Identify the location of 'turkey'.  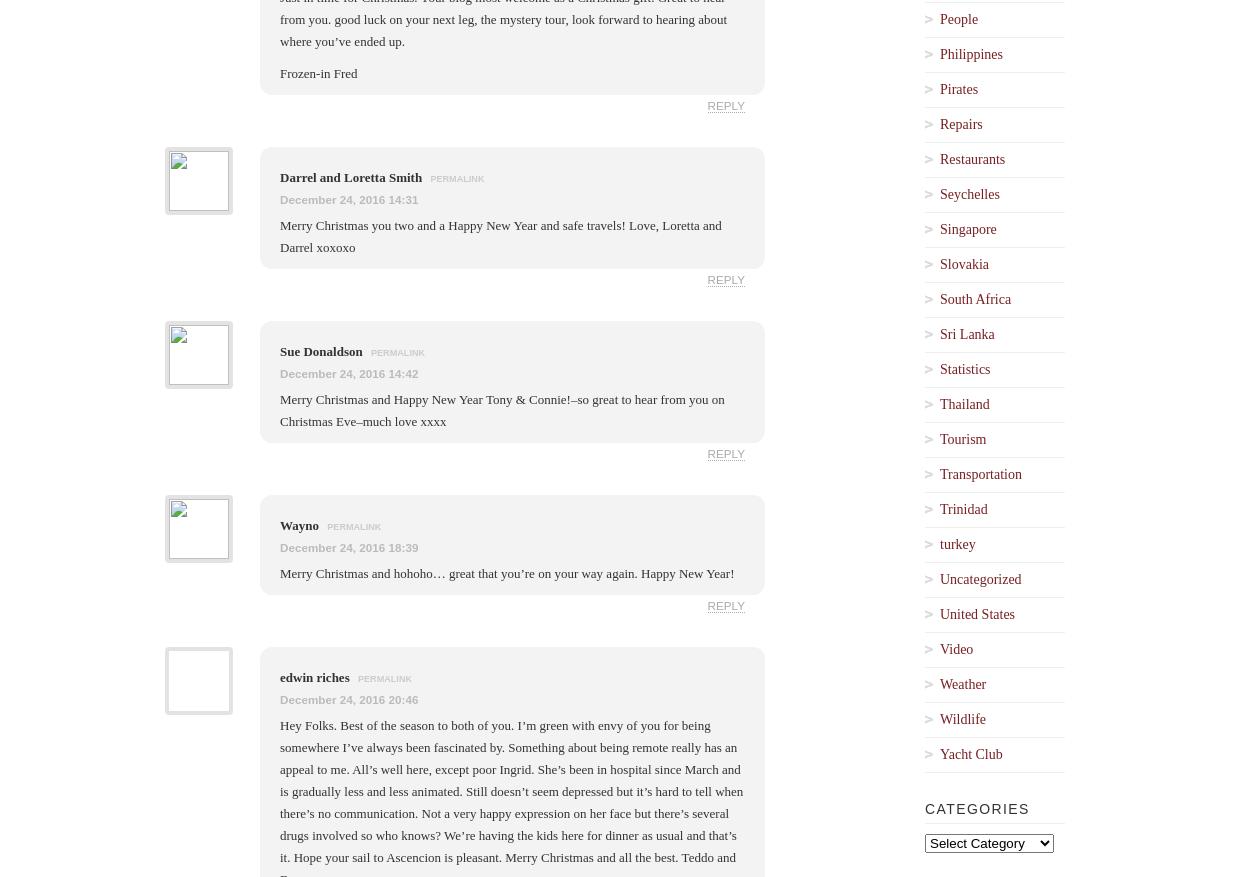
(956, 544).